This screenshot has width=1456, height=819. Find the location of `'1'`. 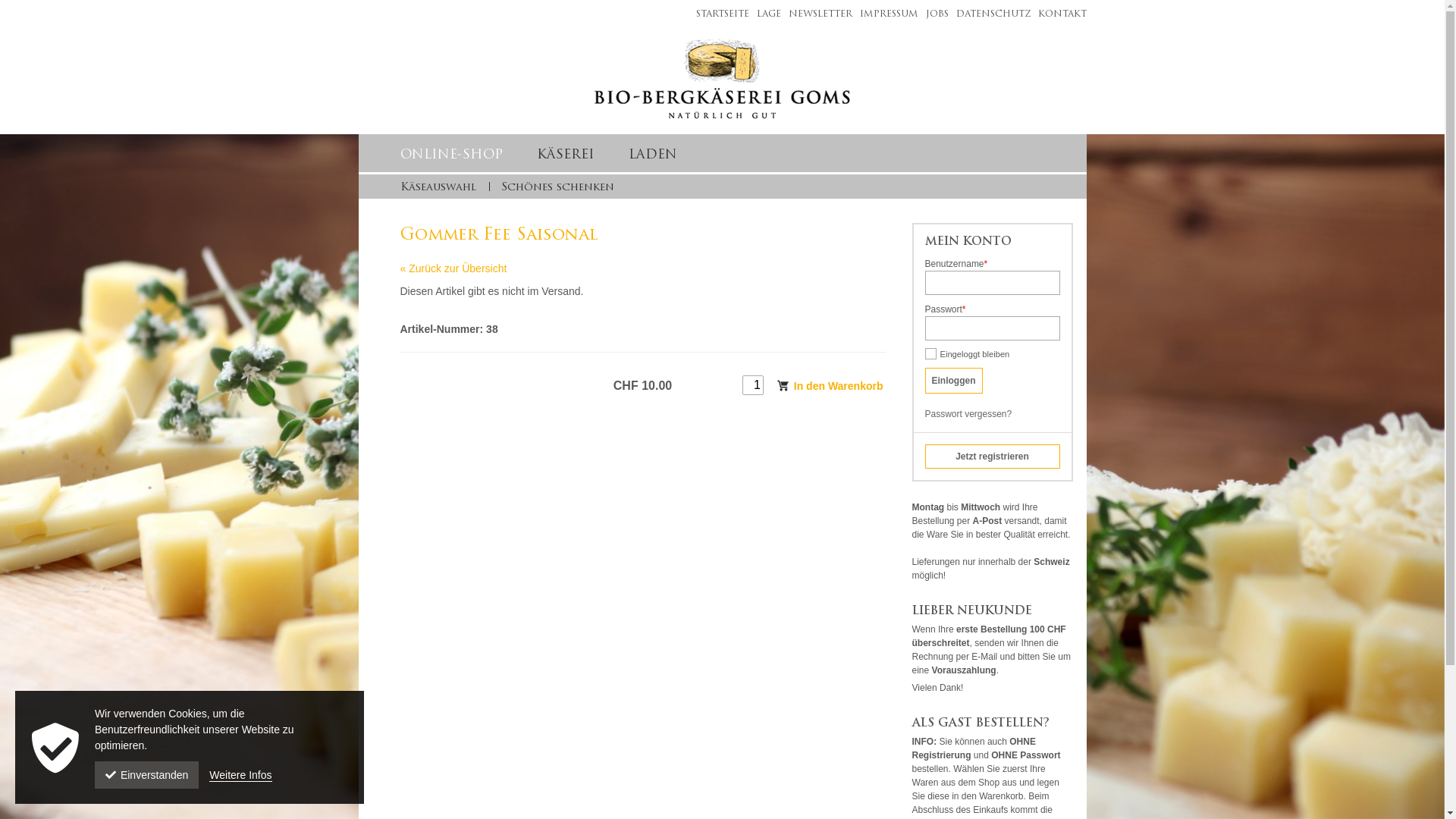

'1' is located at coordinates (742, 384).